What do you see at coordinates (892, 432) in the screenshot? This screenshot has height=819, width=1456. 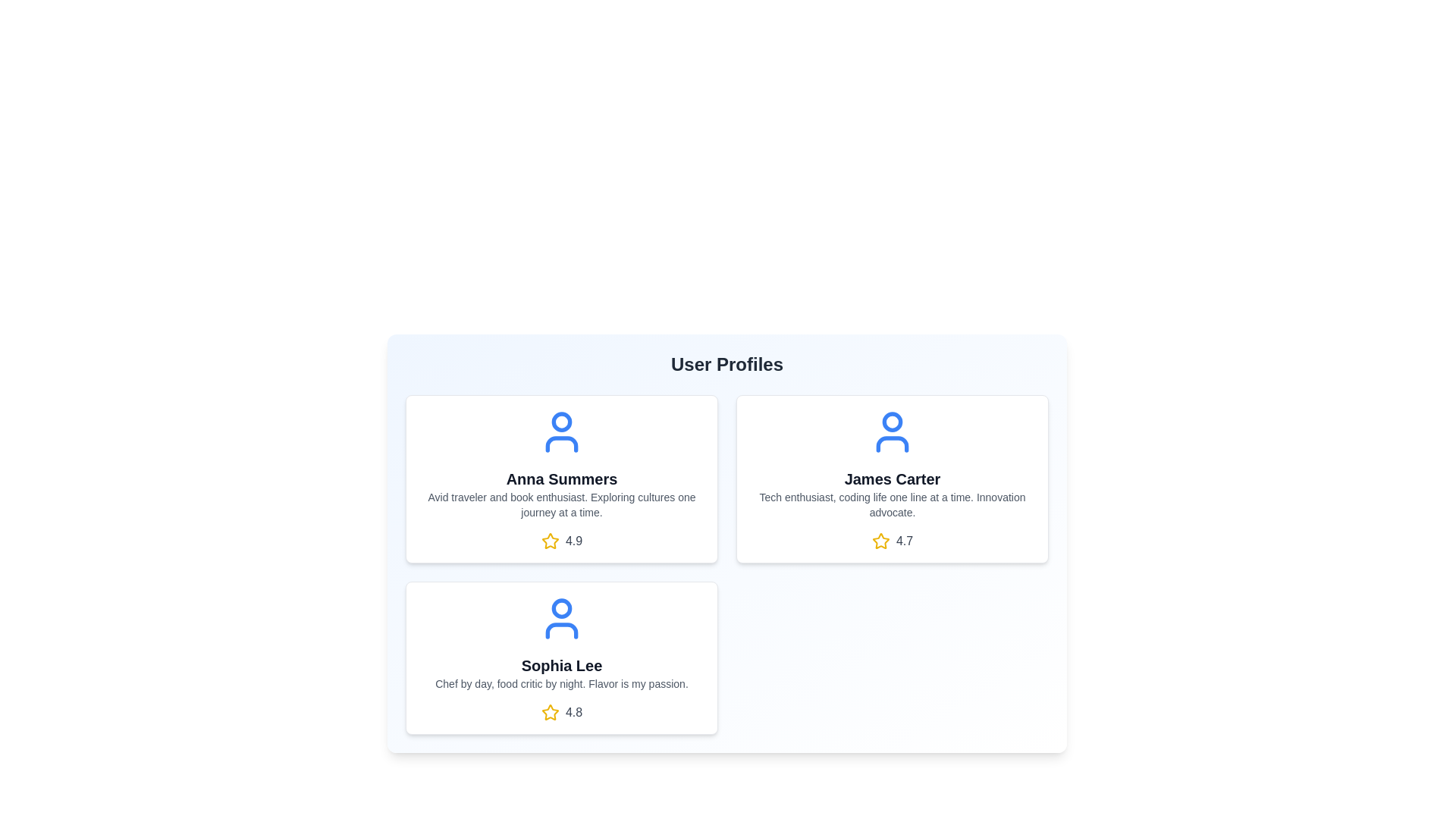 I see `the avatar icon of the user James Carter` at bounding box center [892, 432].